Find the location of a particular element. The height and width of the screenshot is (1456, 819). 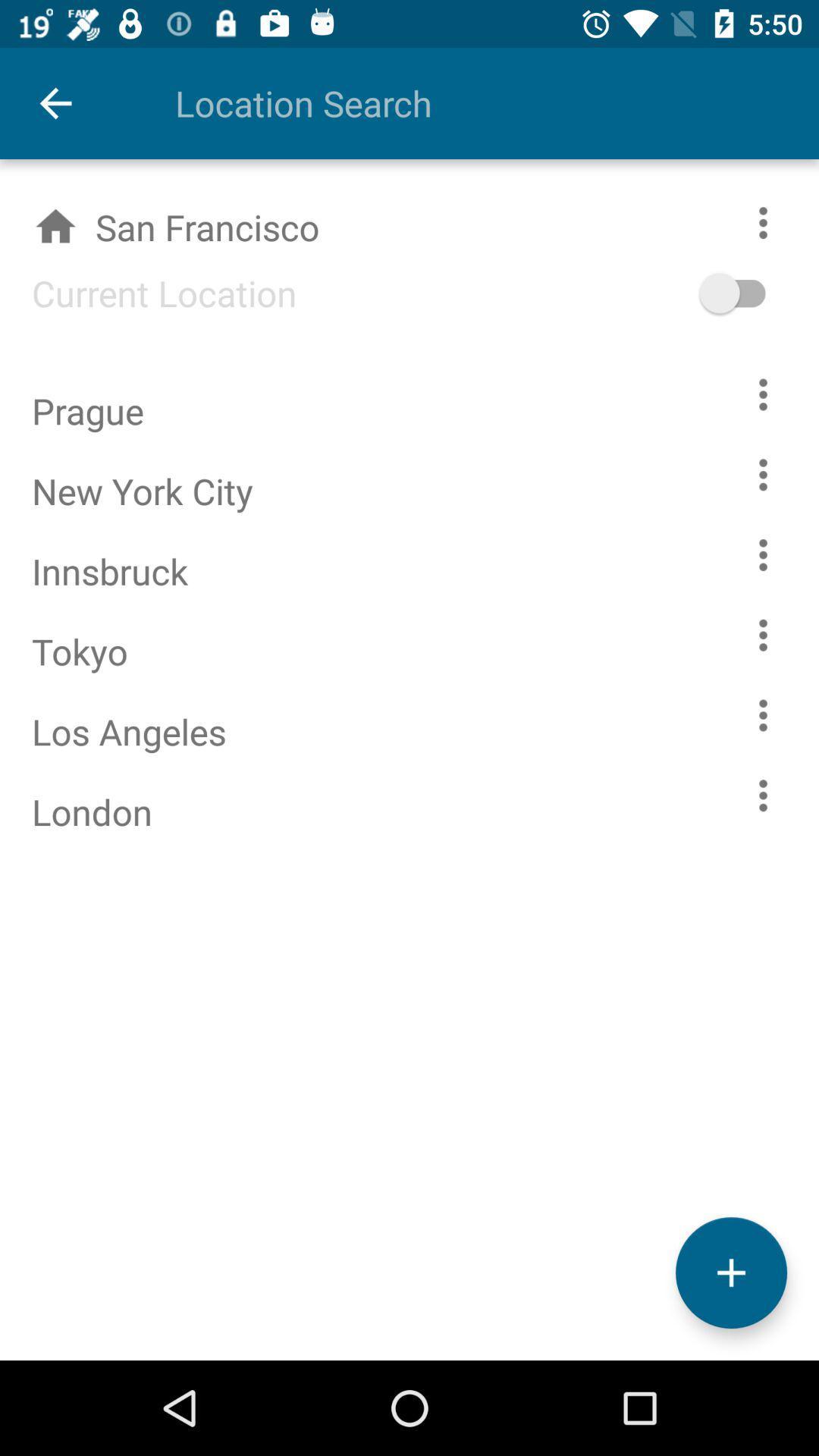

shows index of subject while flashung yellow is located at coordinates (763, 795).